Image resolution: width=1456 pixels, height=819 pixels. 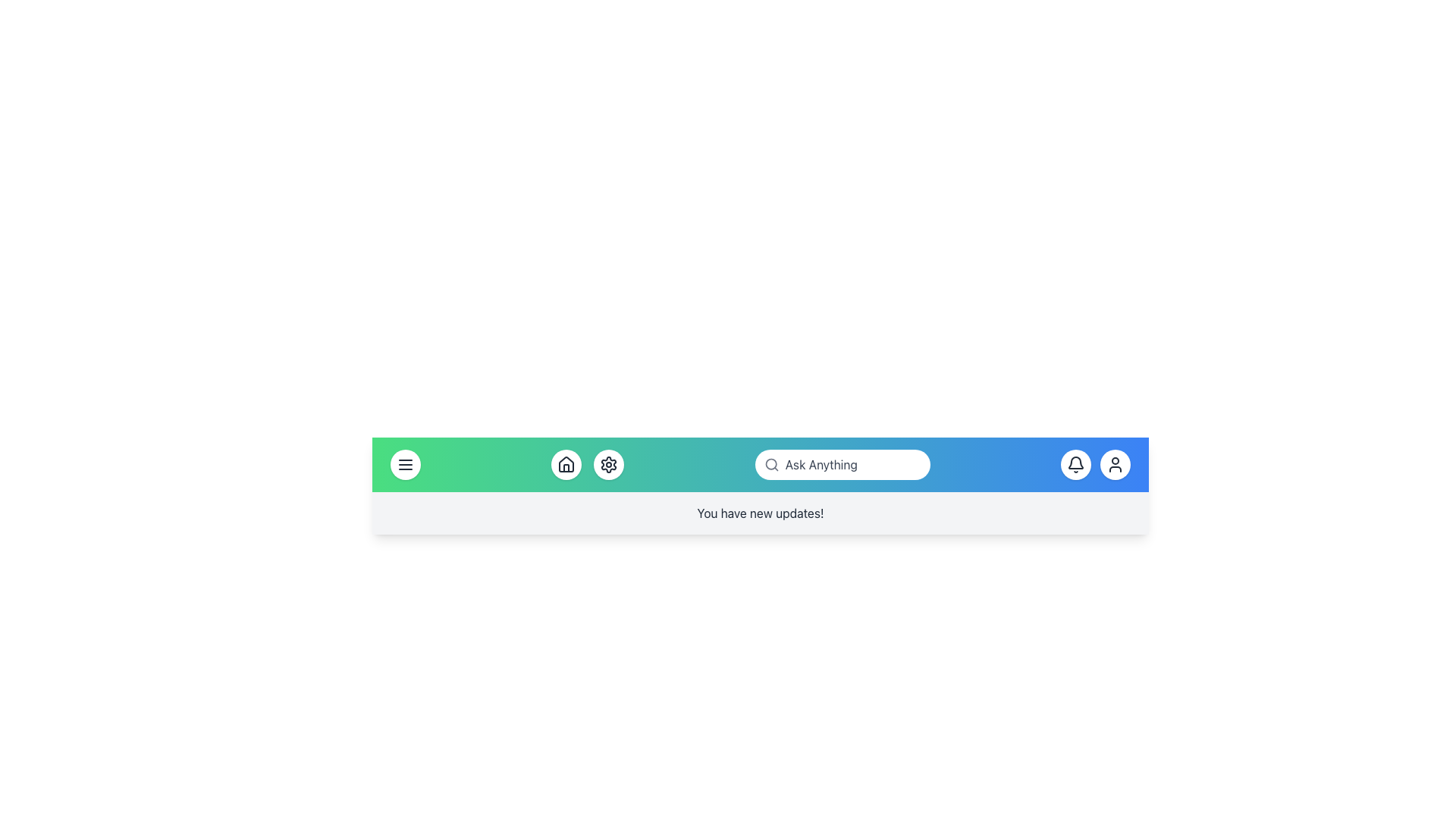 What do you see at coordinates (761, 513) in the screenshot?
I see `the notification message text label located at the bottom of the header section, centered horizontally below the main navigation bar` at bounding box center [761, 513].